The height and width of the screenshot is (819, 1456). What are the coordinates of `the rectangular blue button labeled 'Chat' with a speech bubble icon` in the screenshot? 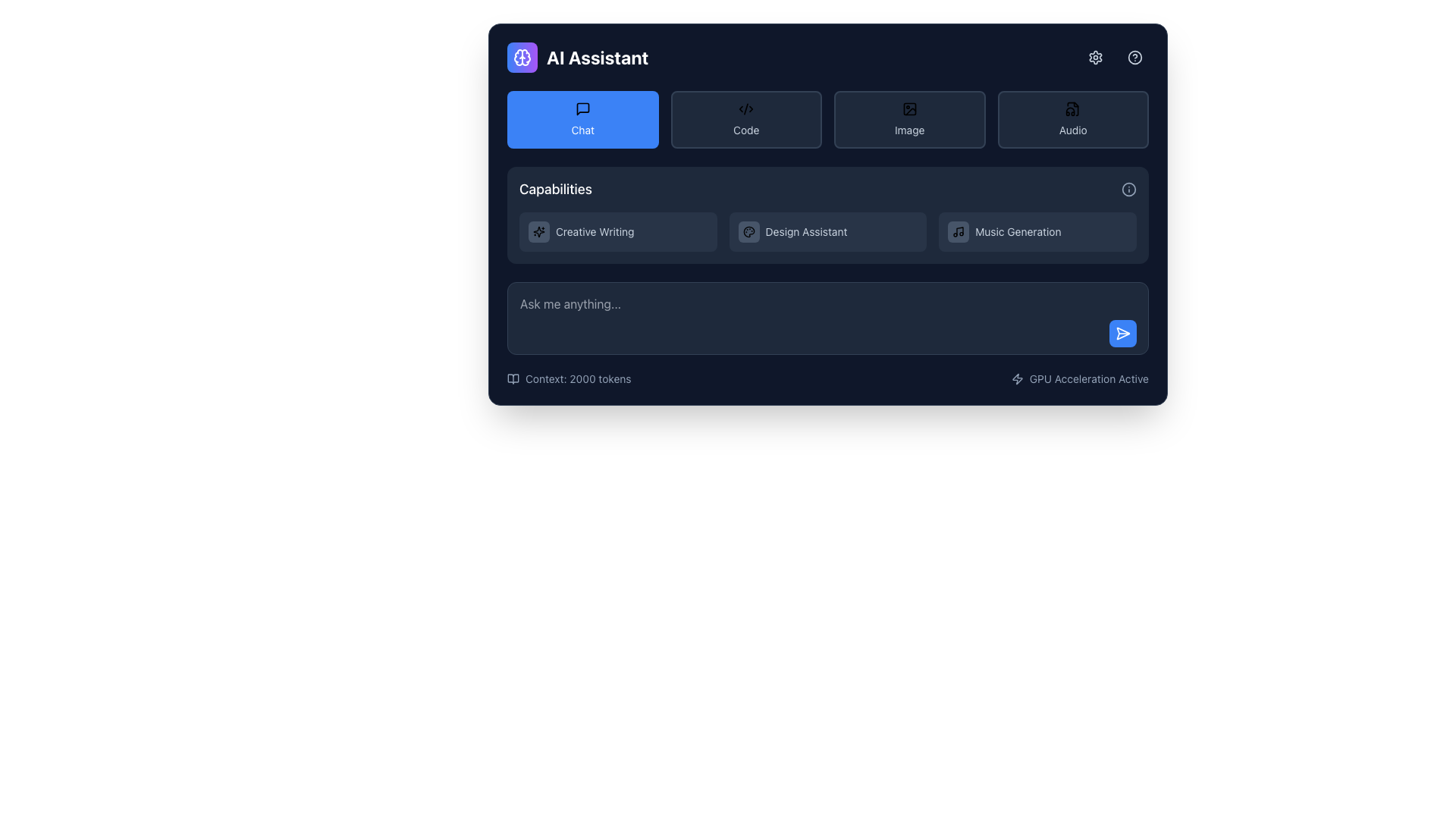 It's located at (582, 119).